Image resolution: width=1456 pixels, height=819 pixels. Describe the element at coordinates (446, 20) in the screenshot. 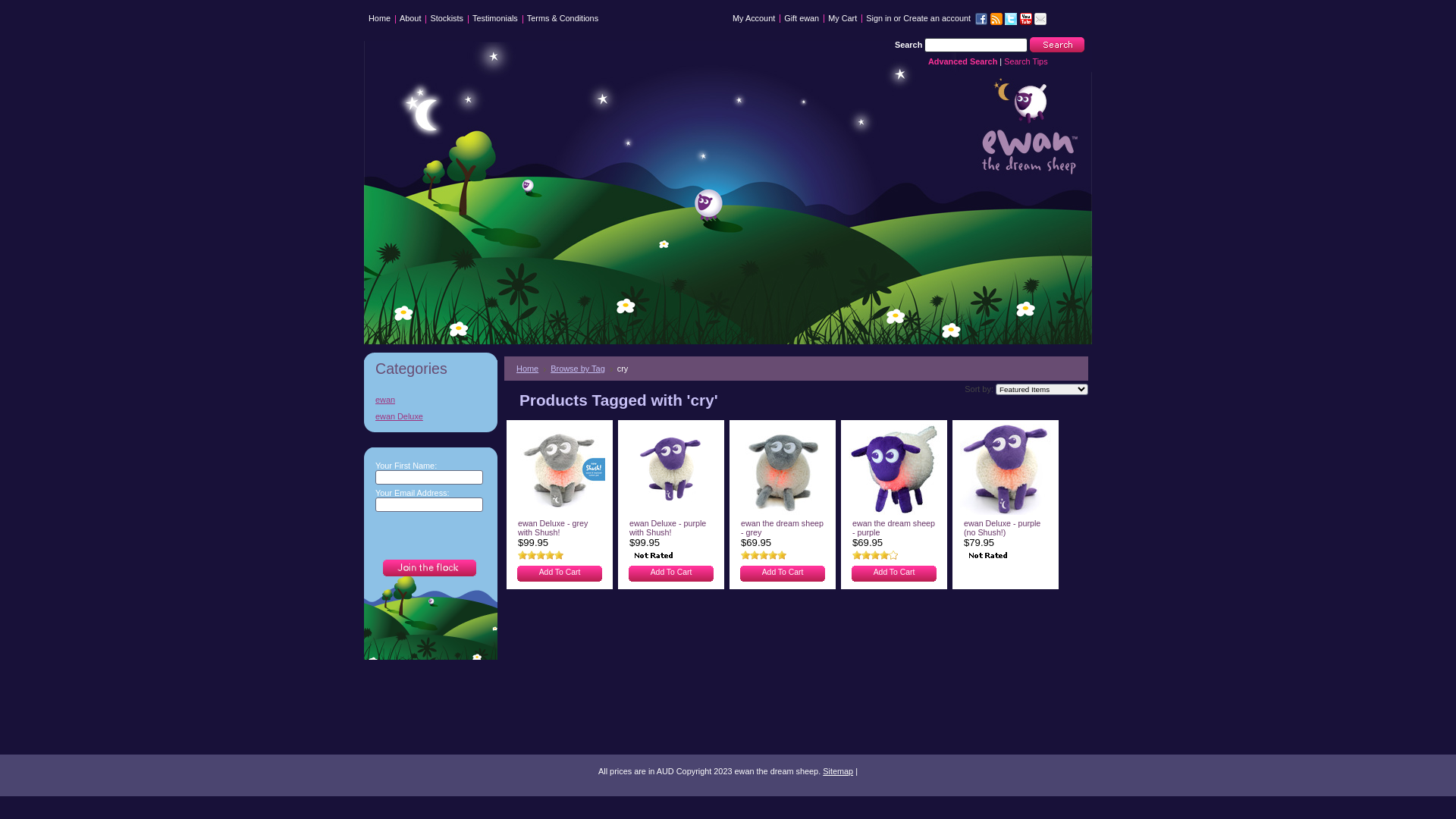

I see `'Stockists'` at that location.